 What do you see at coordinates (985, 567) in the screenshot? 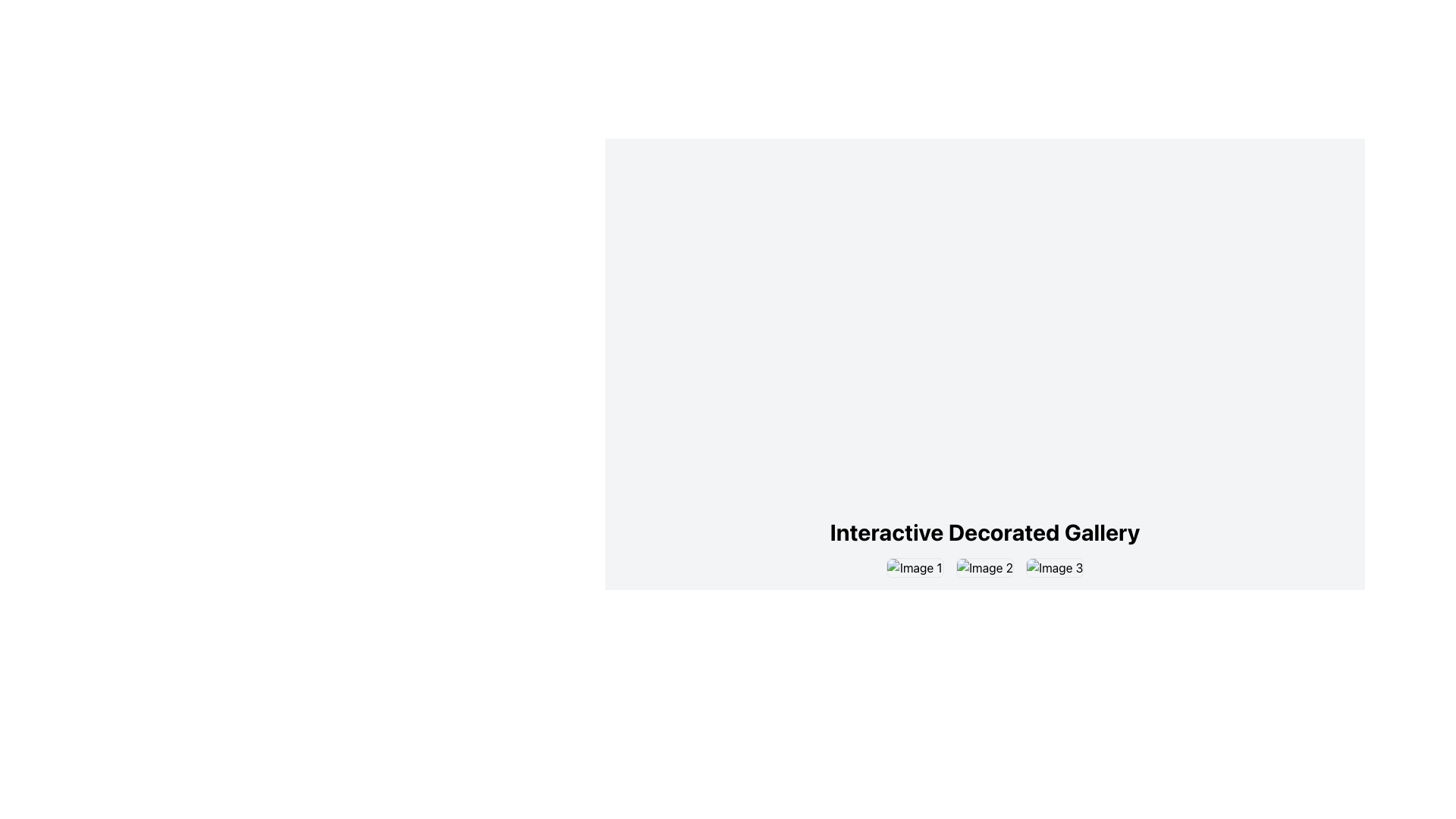
I see `the central image in the gallery interface, which is positioned between 'Image 1' and 'Image 3' beneath the title 'Interactive Decorated Gallery'` at bounding box center [985, 567].